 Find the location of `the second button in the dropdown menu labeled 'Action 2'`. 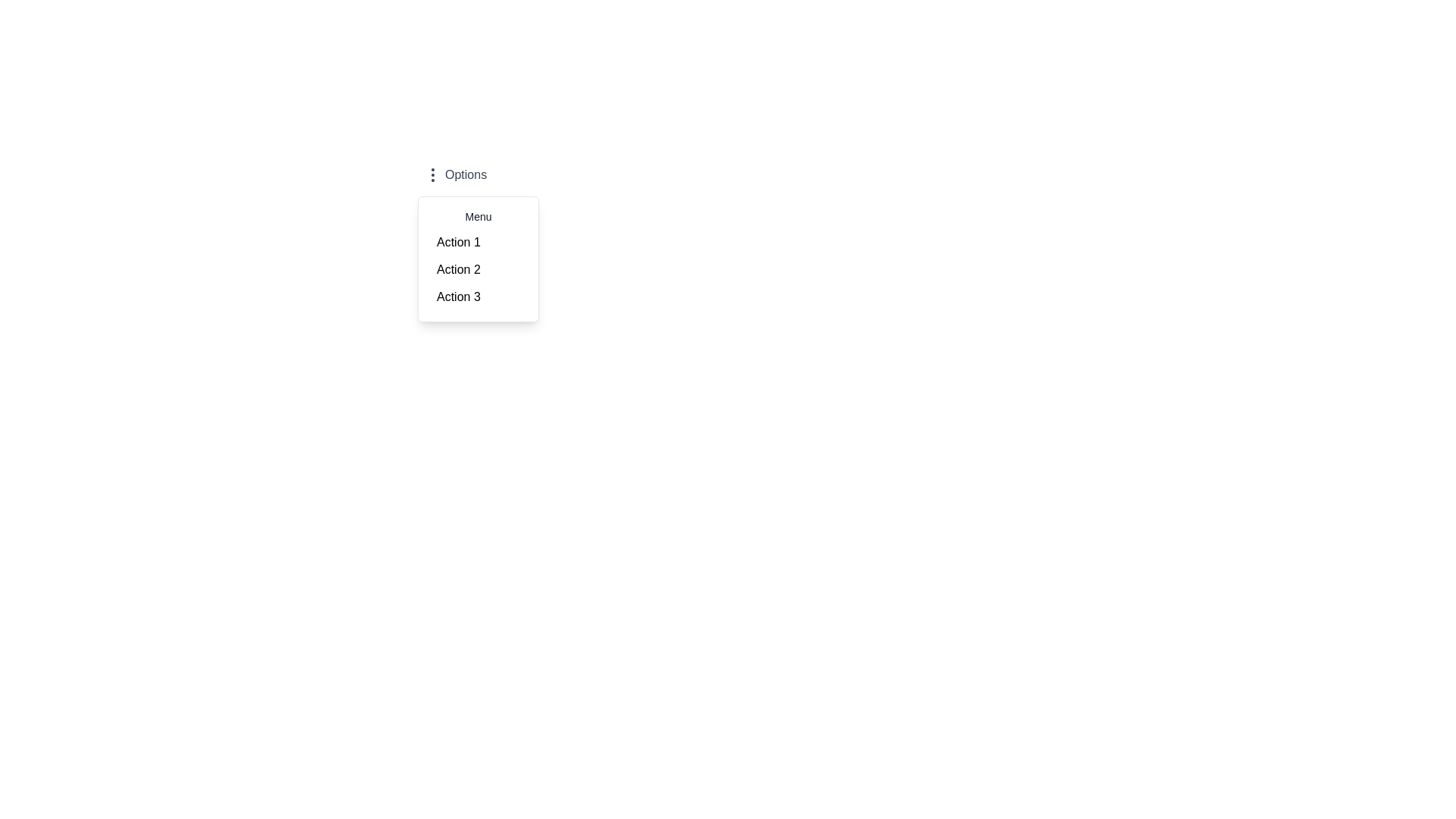

the second button in the dropdown menu labeled 'Action 2' is located at coordinates (477, 268).